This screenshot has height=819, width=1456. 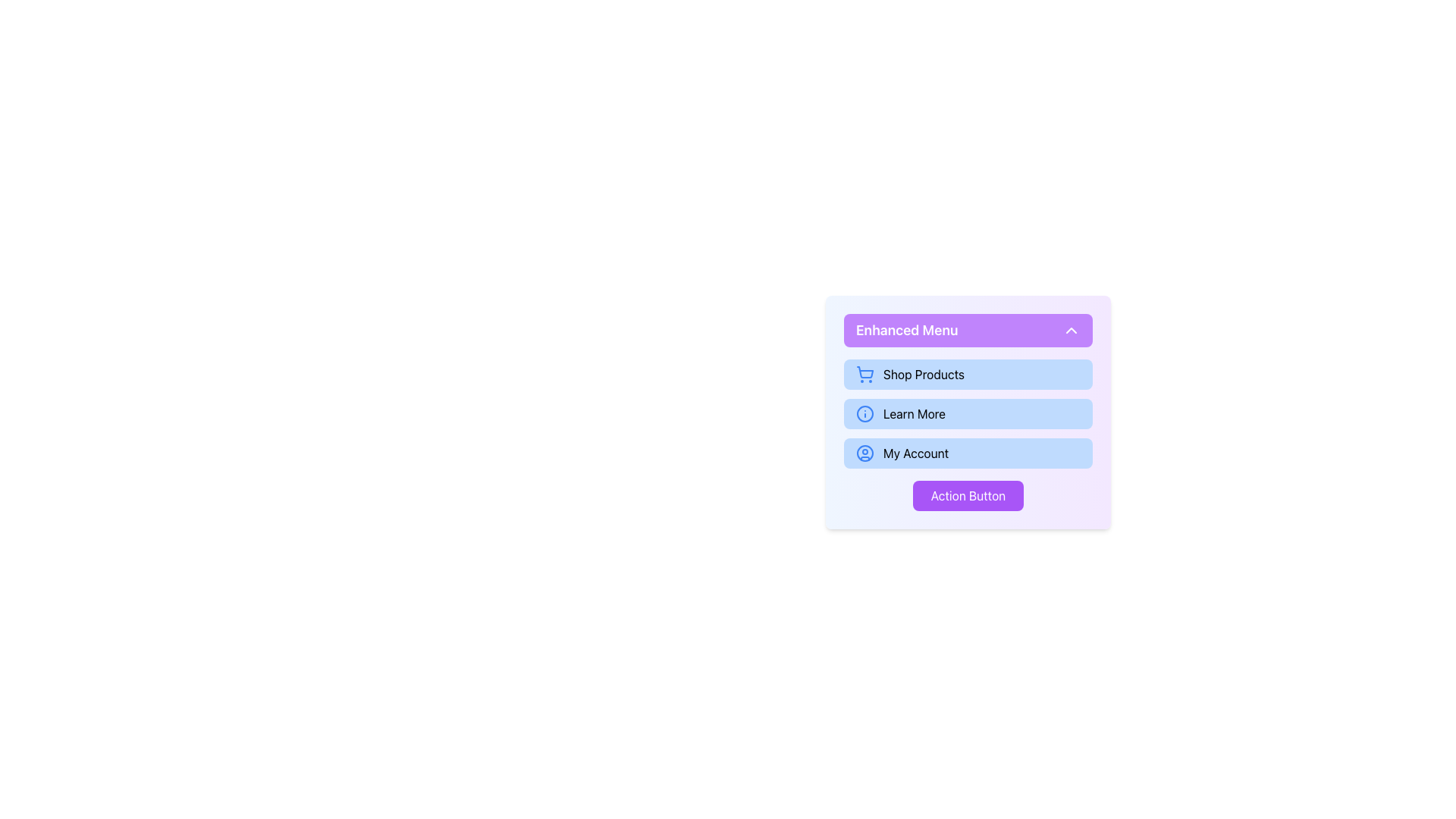 I want to click on the 'Action Button' with a vibrant purple background, which is located at the bottom of the 'Enhanced Menu' card among its siblings, so click(x=967, y=496).